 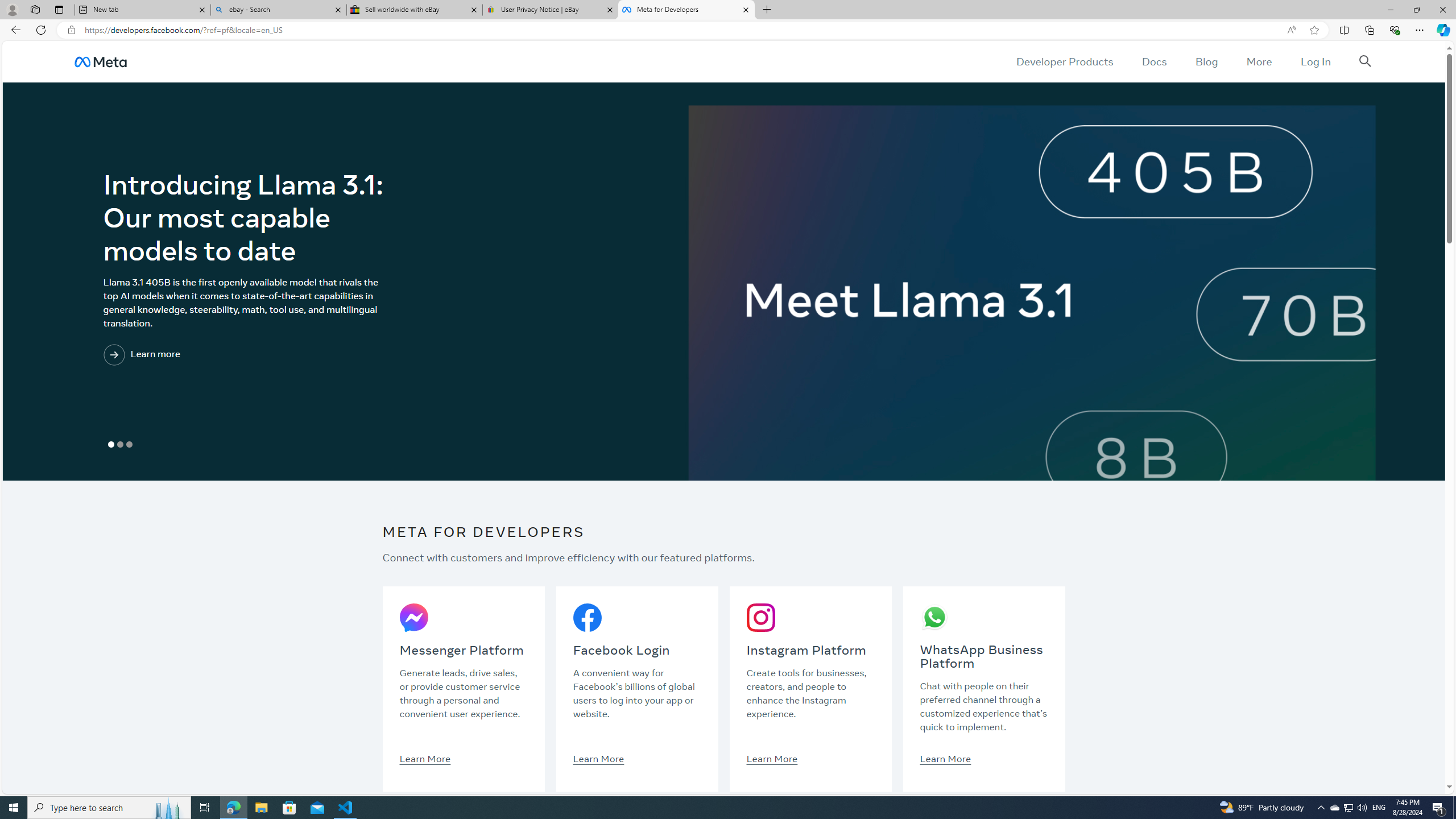 What do you see at coordinates (1064, 61) in the screenshot?
I see `'Developer Products'` at bounding box center [1064, 61].